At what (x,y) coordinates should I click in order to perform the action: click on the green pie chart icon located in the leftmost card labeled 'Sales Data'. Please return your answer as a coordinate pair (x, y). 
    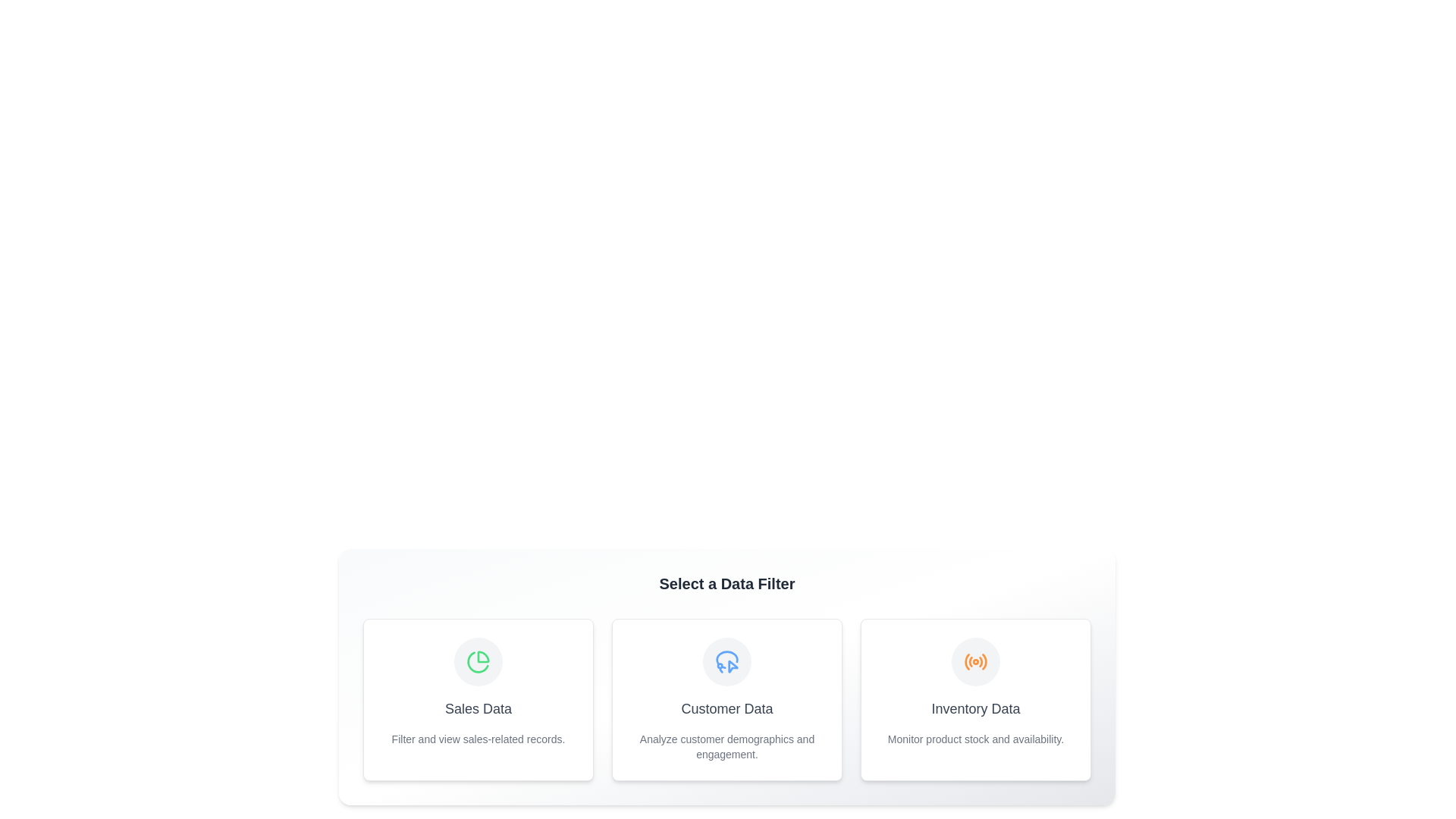
    Looking at the image, I should click on (477, 661).